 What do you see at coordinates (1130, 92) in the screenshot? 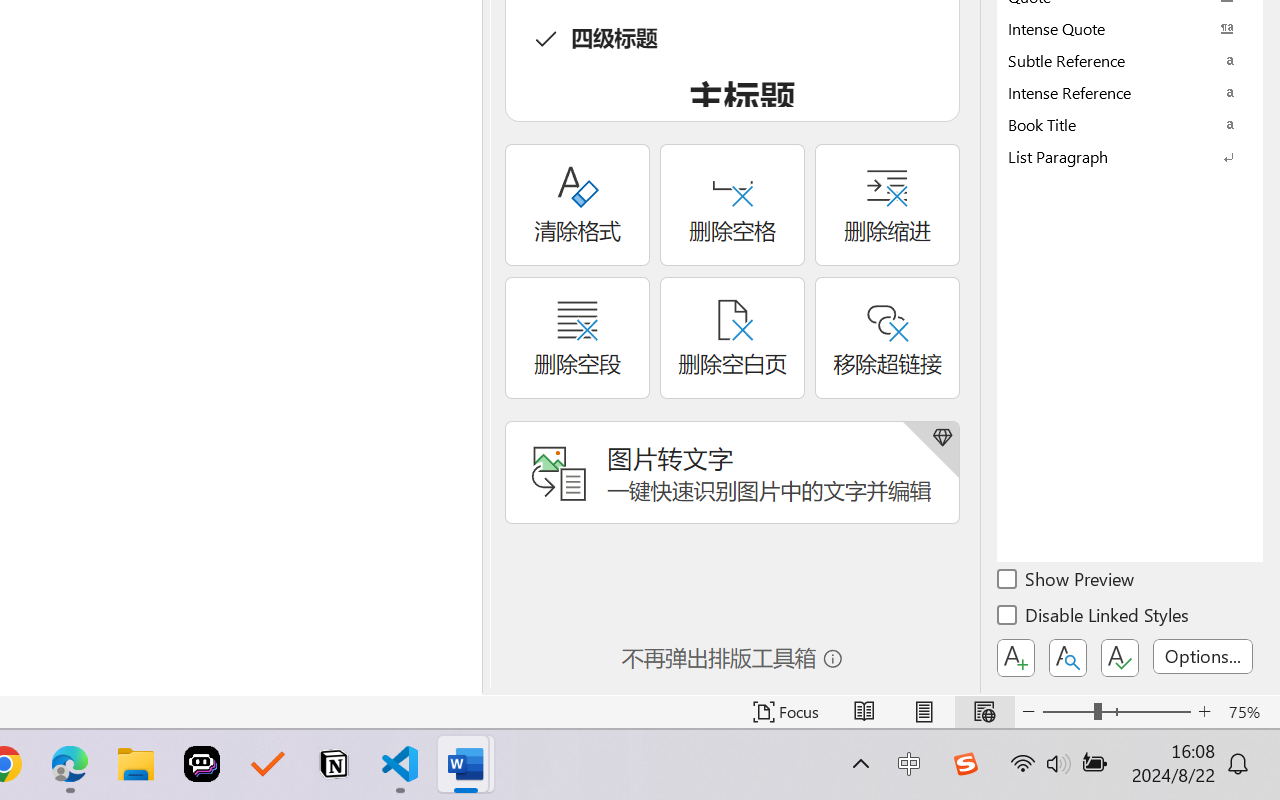
I see `'Intense Reference'` at bounding box center [1130, 92].